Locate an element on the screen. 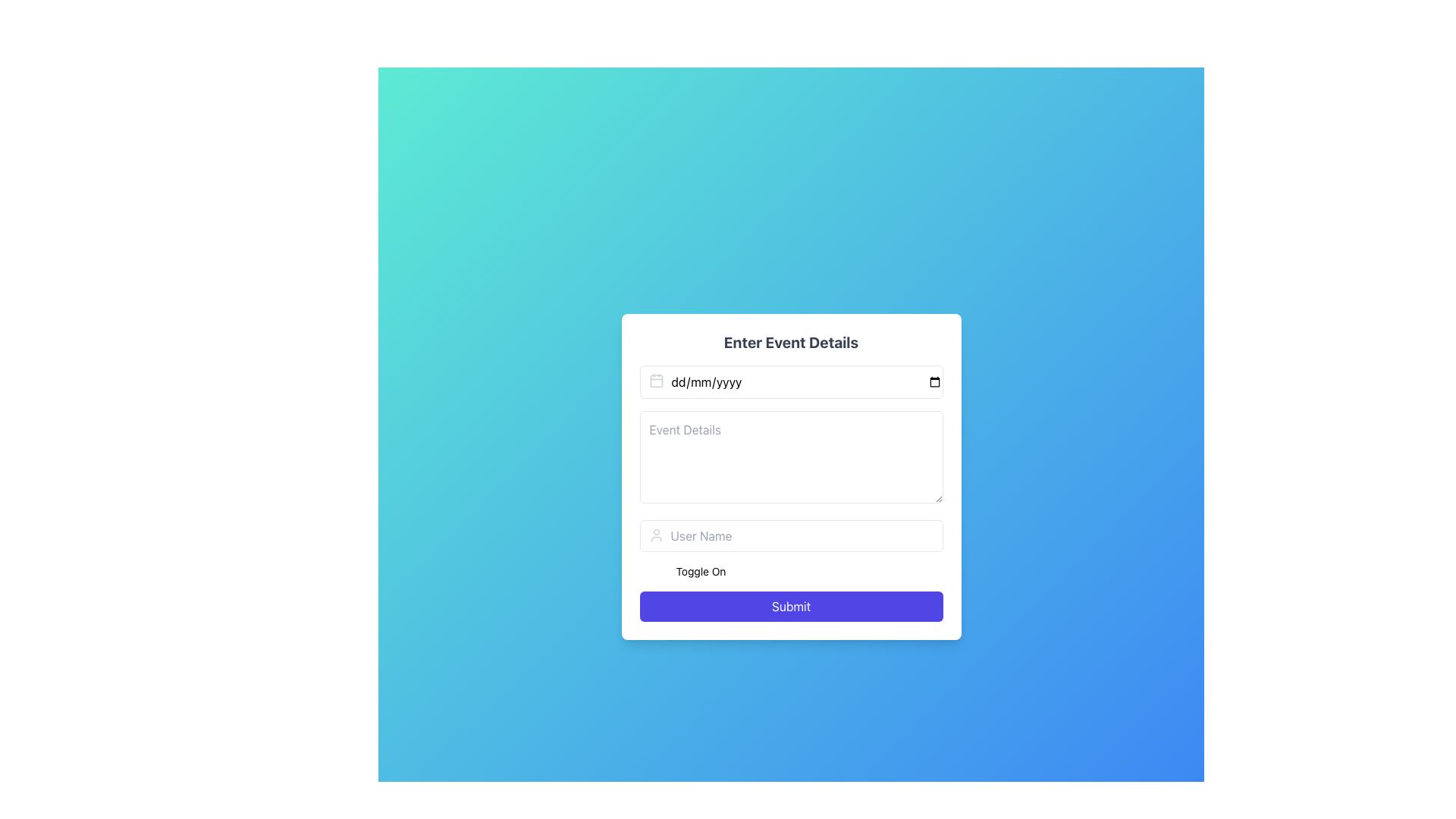  the 'Submit' button with a bright indigo background and white text at the bottom of the modal titled 'Enter Event Details' is located at coordinates (790, 605).